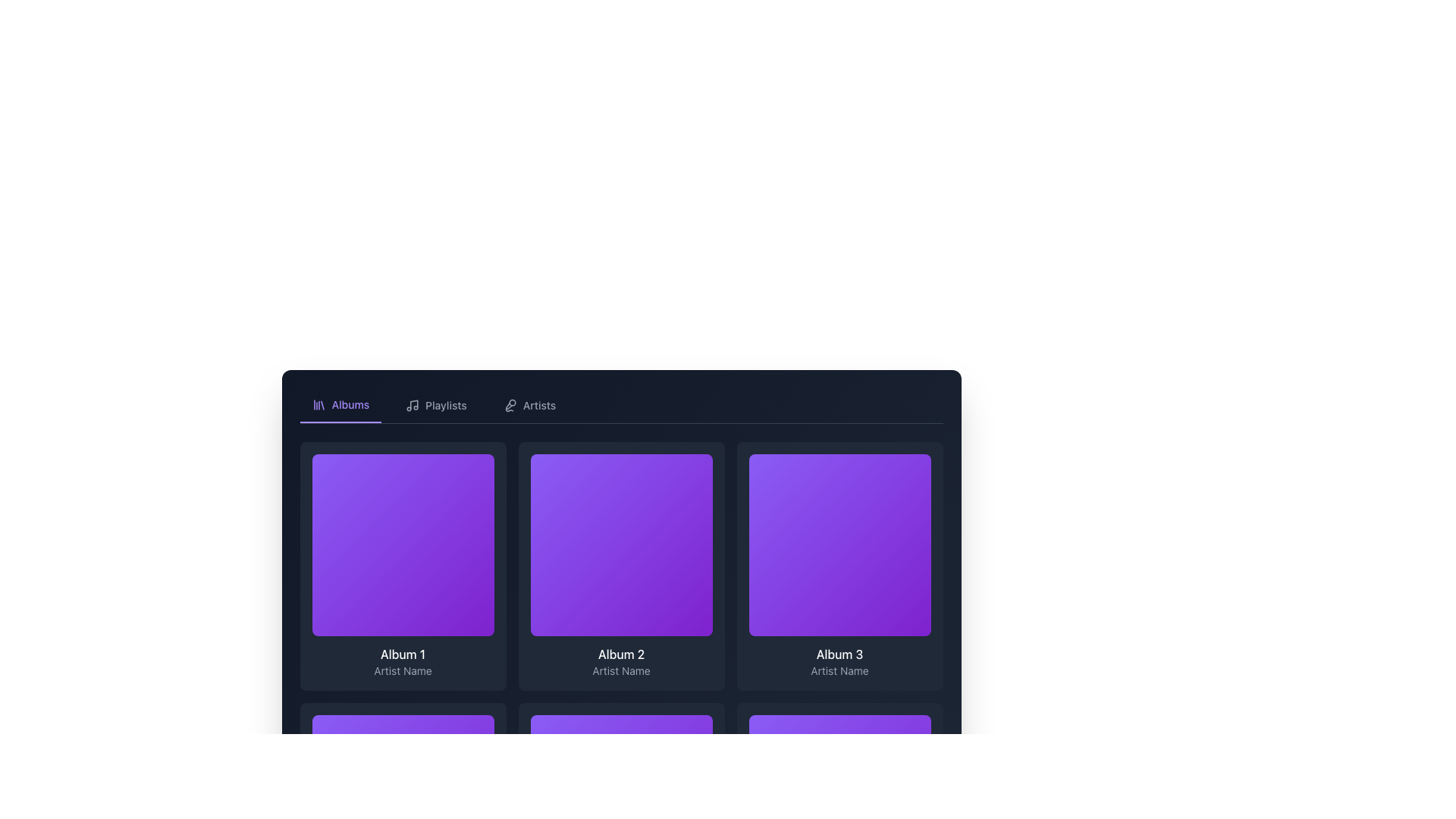 The width and height of the screenshot is (1456, 819). What do you see at coordinates (621, 566) in the screenshot?
I see `the second card in the top row of the grid layout` at bounding box center [621, 566].